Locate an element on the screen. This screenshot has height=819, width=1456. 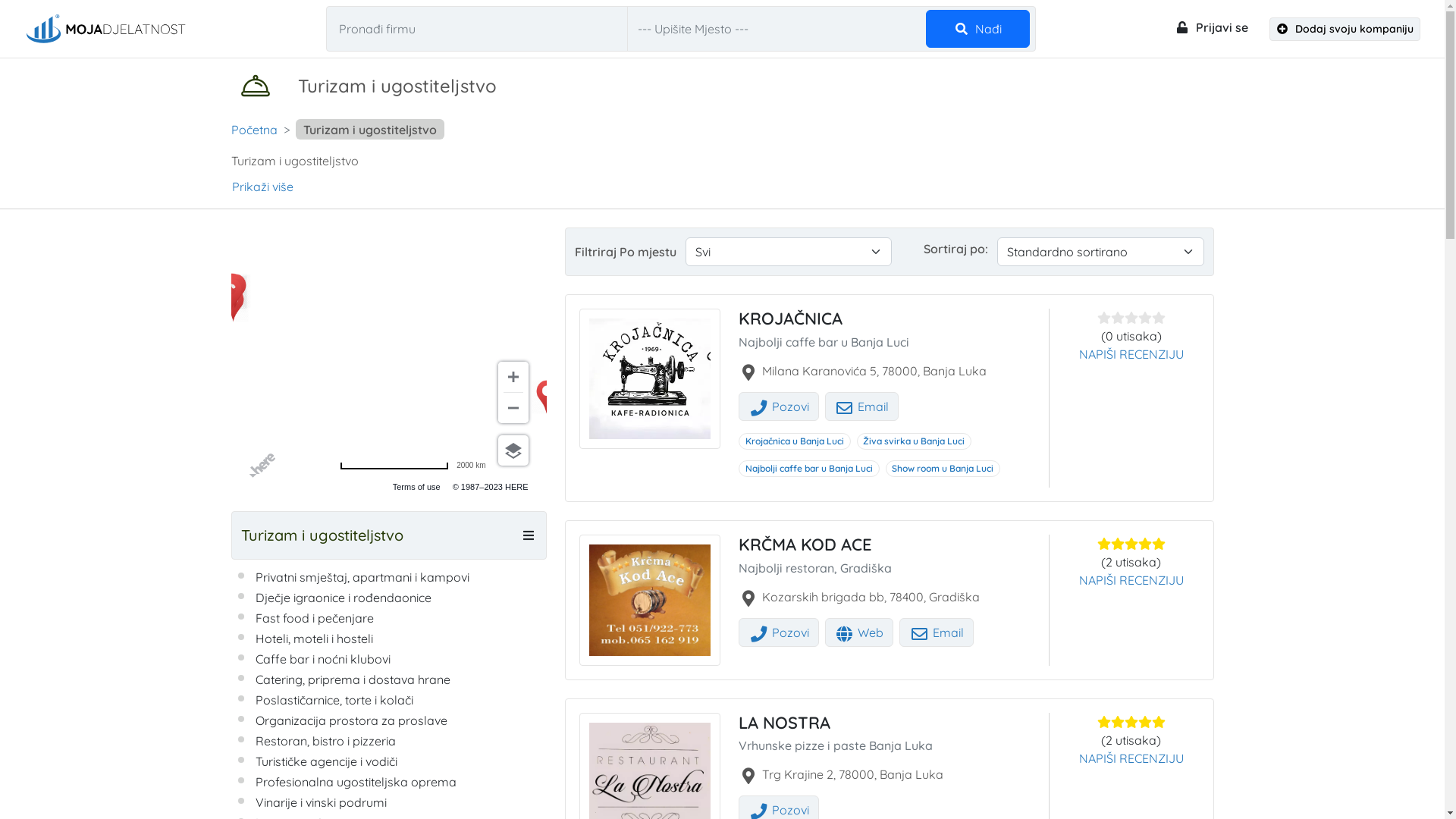
'Zoom in' is located at coordinates (497, 376).